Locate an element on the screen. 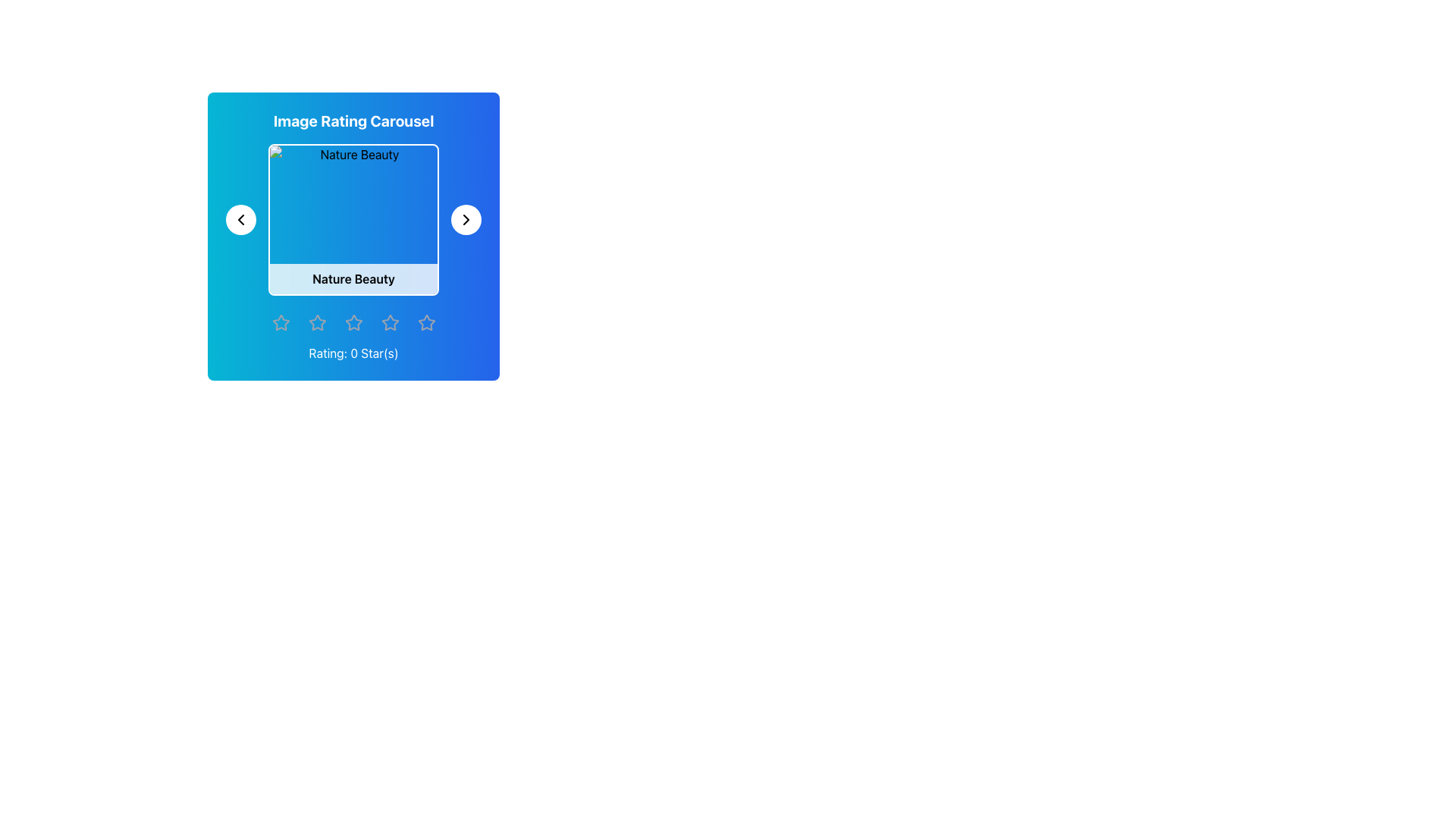  the third star icon in the rating system located under the 'Nature Beauty' title is located at coordinates (390, 322).